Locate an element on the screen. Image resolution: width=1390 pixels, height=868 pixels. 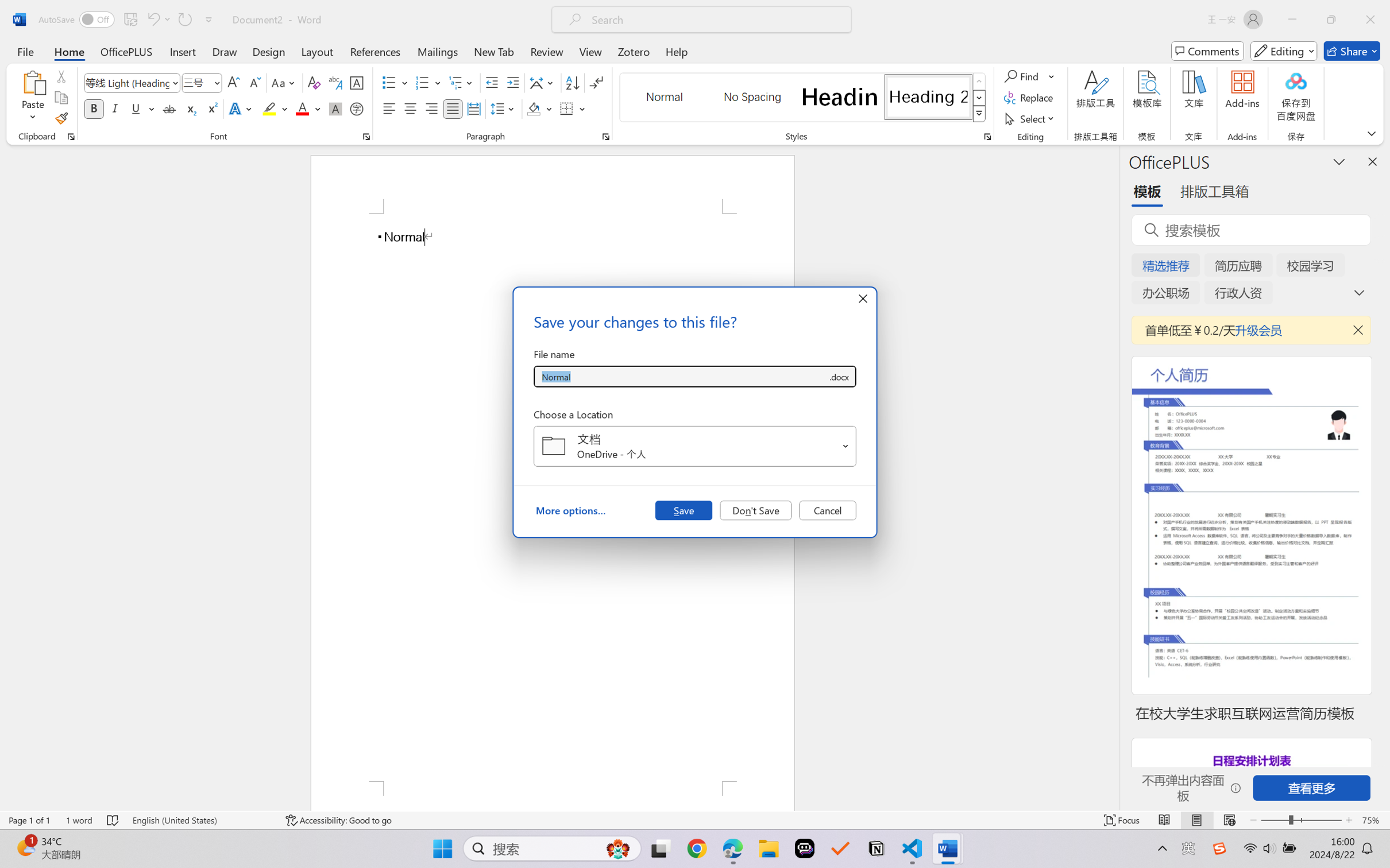
'Repeat Typing' is located at coordinates (184, 19).